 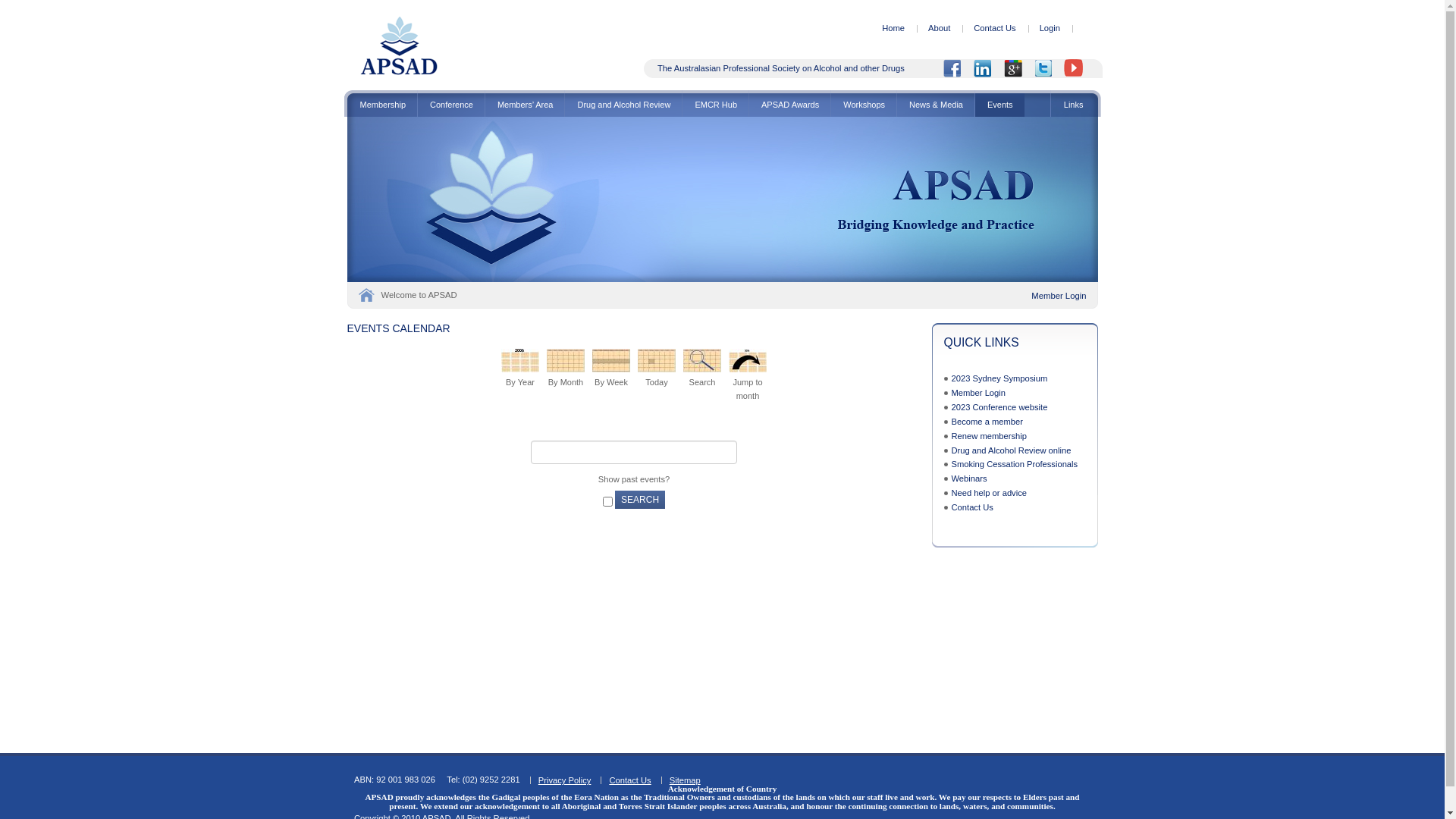 I want to click on 'News & Media', so click(x=934, y=104).